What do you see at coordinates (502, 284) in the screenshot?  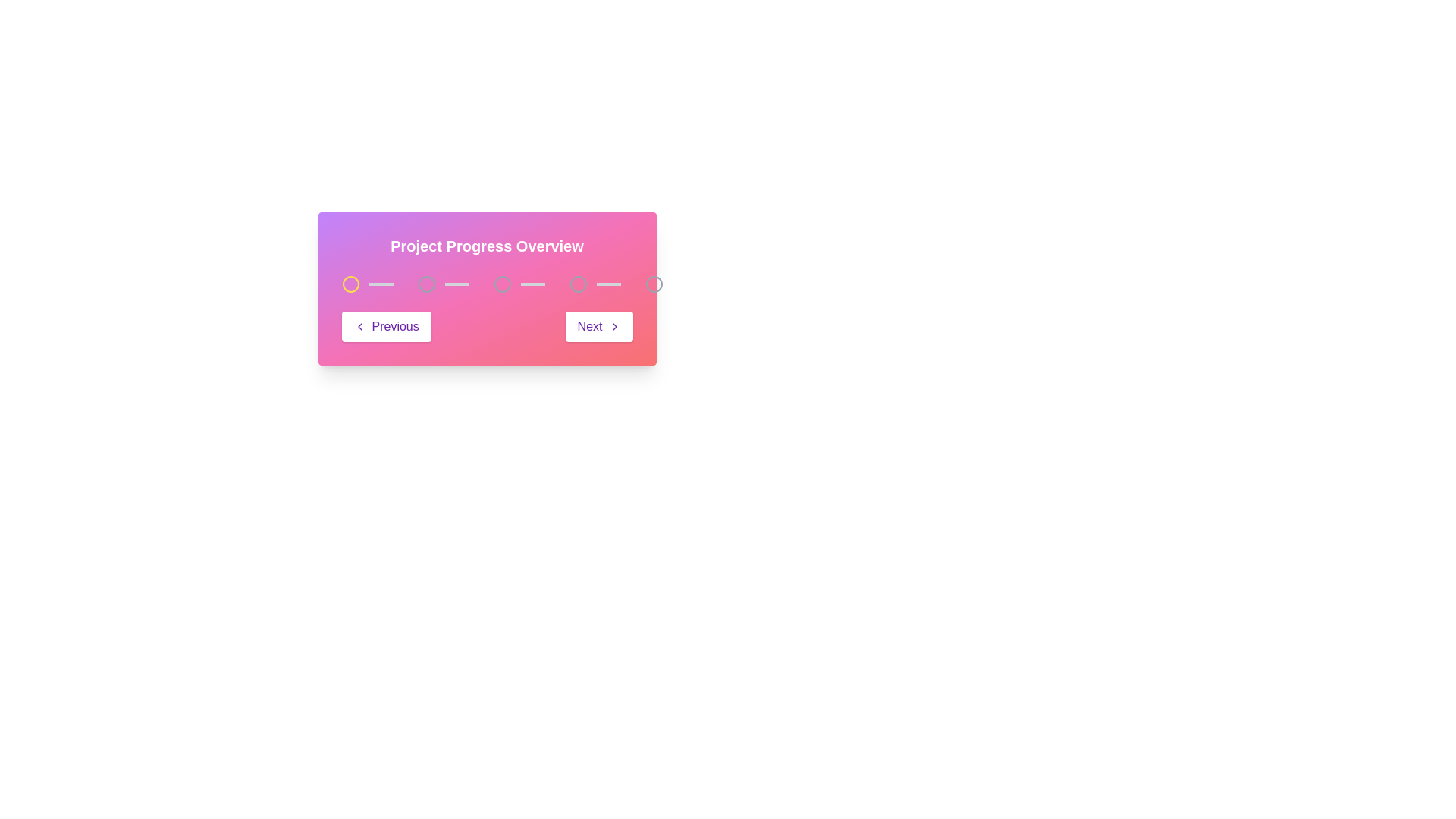 I see `the state of the third node in the progress indicator, represented by a graphic indicator (SVG Circle)` at bounding box center [502, 284].